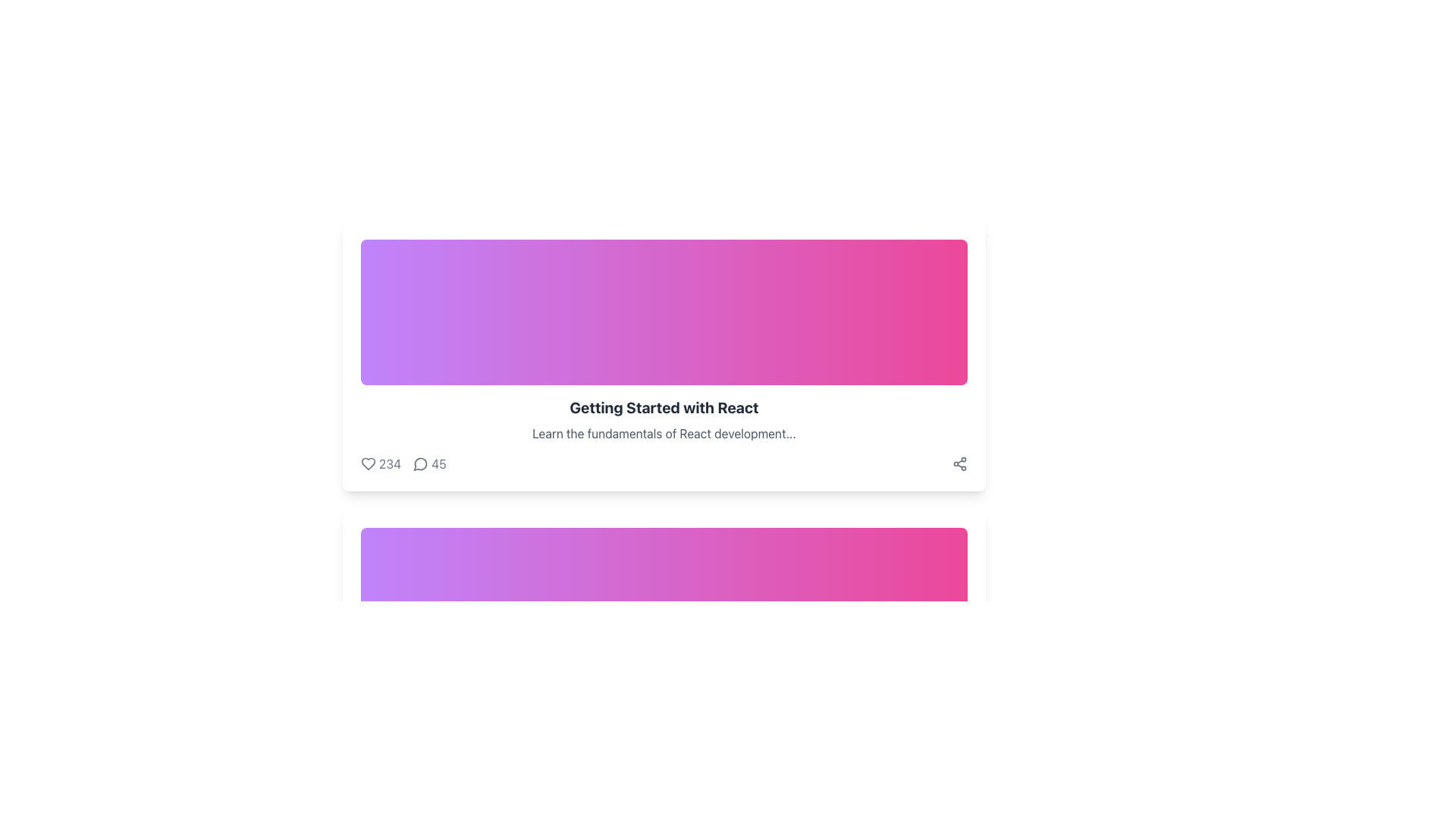  Describe the element at coordinates (438, 463) in the screenshot. I see `number displayed next to the speech bubble icon at the bottom-left of the card component` at that location.